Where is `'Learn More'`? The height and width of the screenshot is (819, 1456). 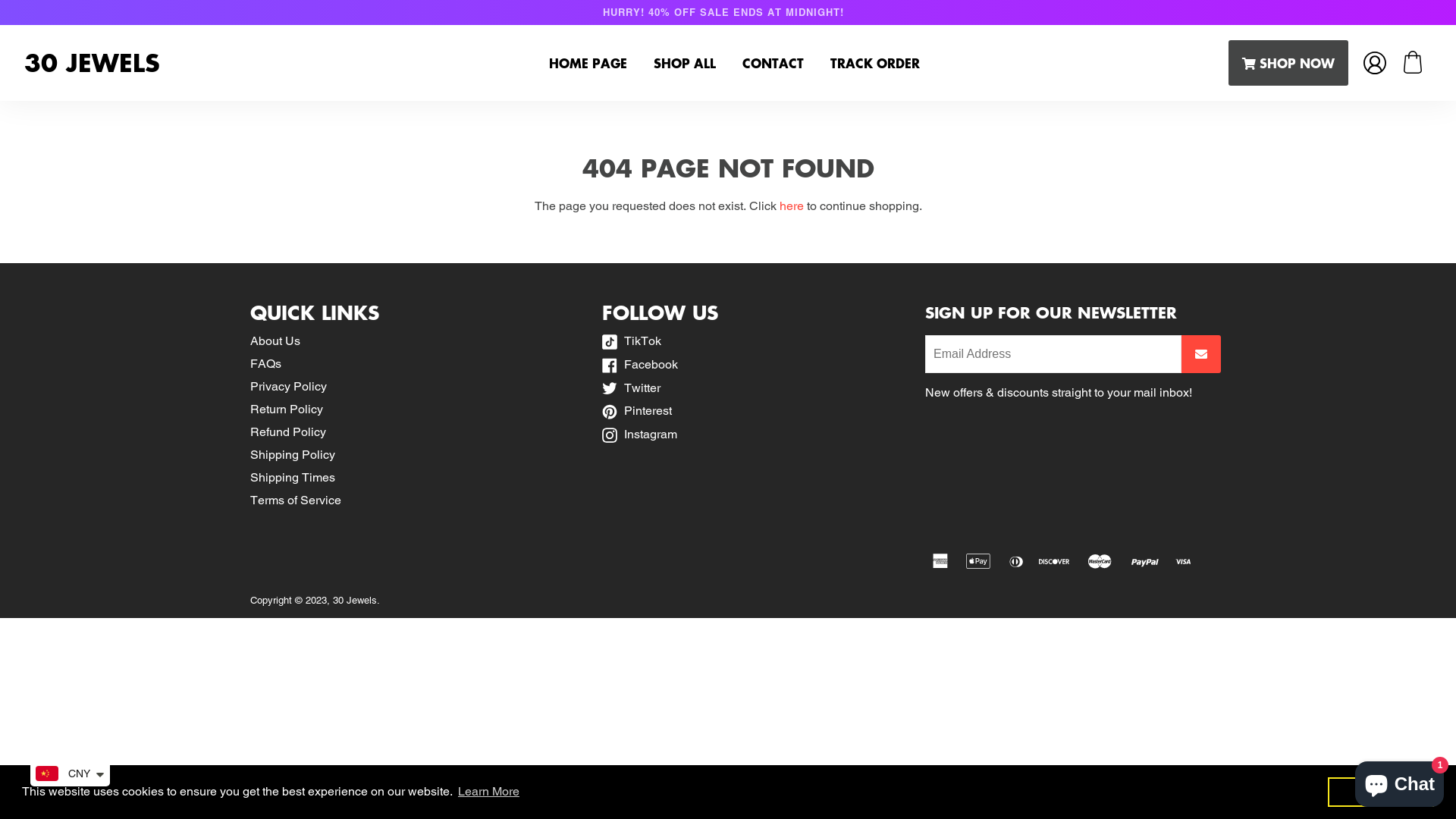
'Learn More' is located at coordinates (488, 791).